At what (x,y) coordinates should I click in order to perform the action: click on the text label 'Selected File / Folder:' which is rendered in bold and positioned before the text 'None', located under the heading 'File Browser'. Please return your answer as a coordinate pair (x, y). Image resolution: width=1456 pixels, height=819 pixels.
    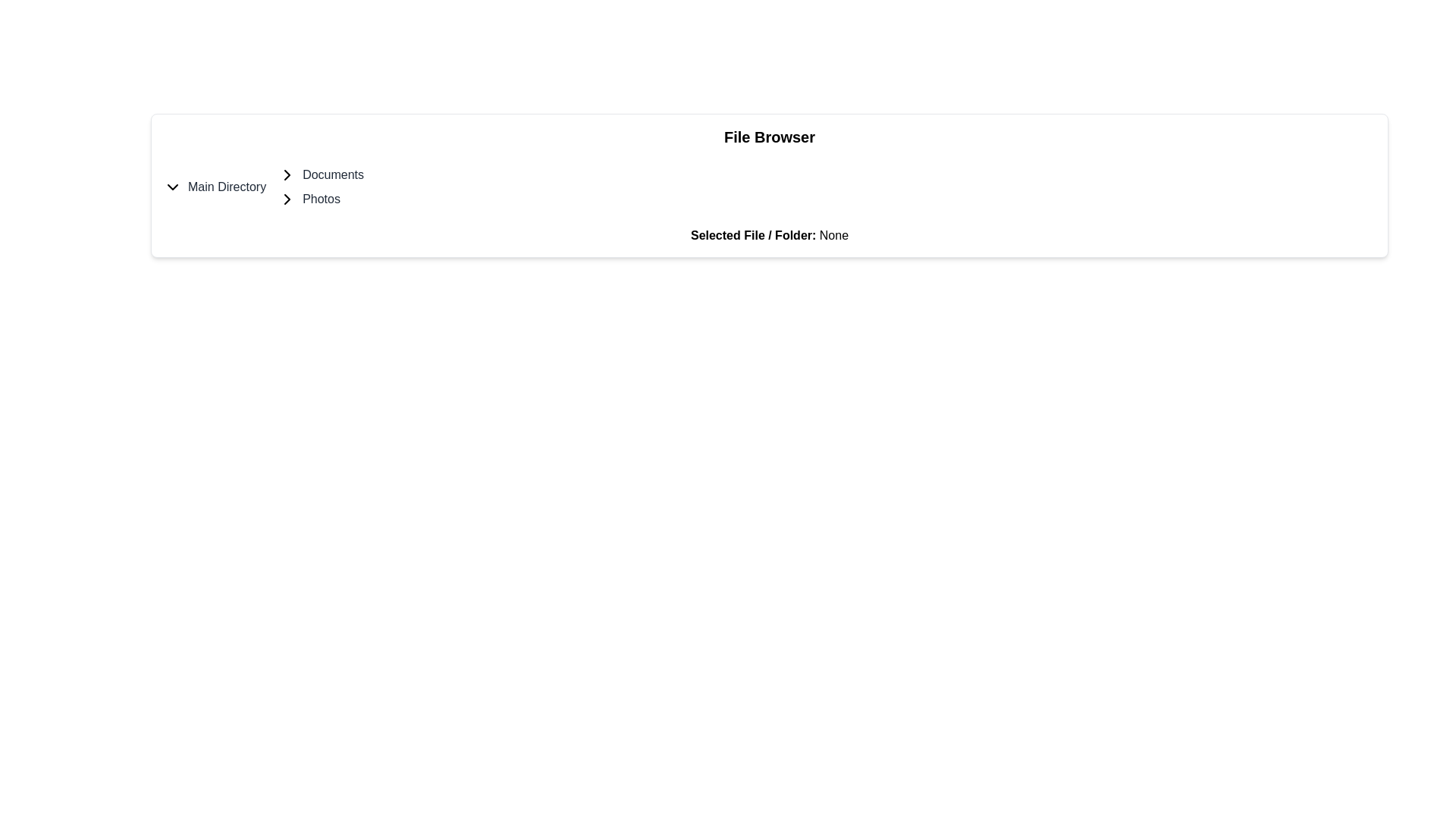
    Looking at the image, I should click on (753, 235).